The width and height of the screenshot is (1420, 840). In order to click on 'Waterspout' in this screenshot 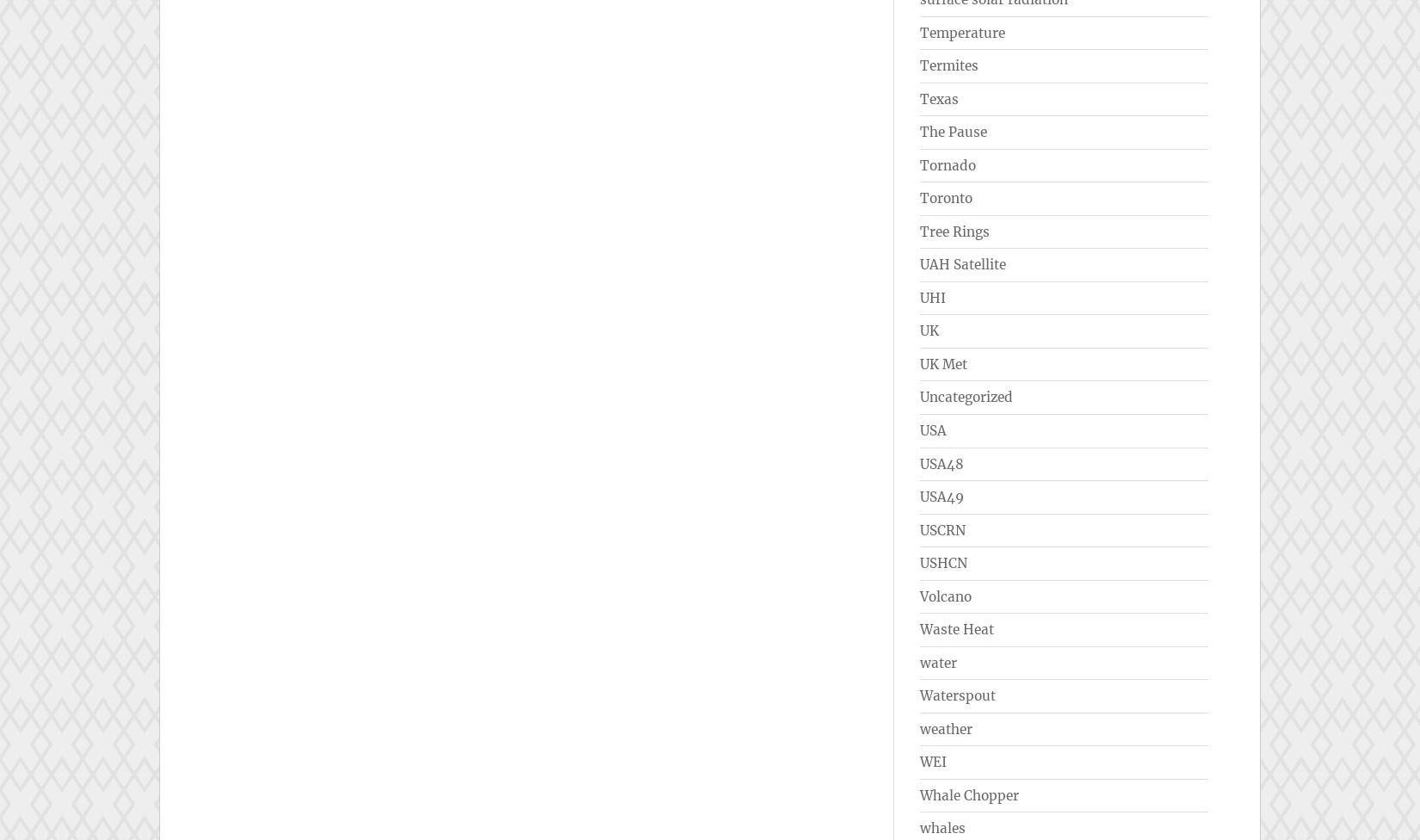, I will do `click(957, 695)`.